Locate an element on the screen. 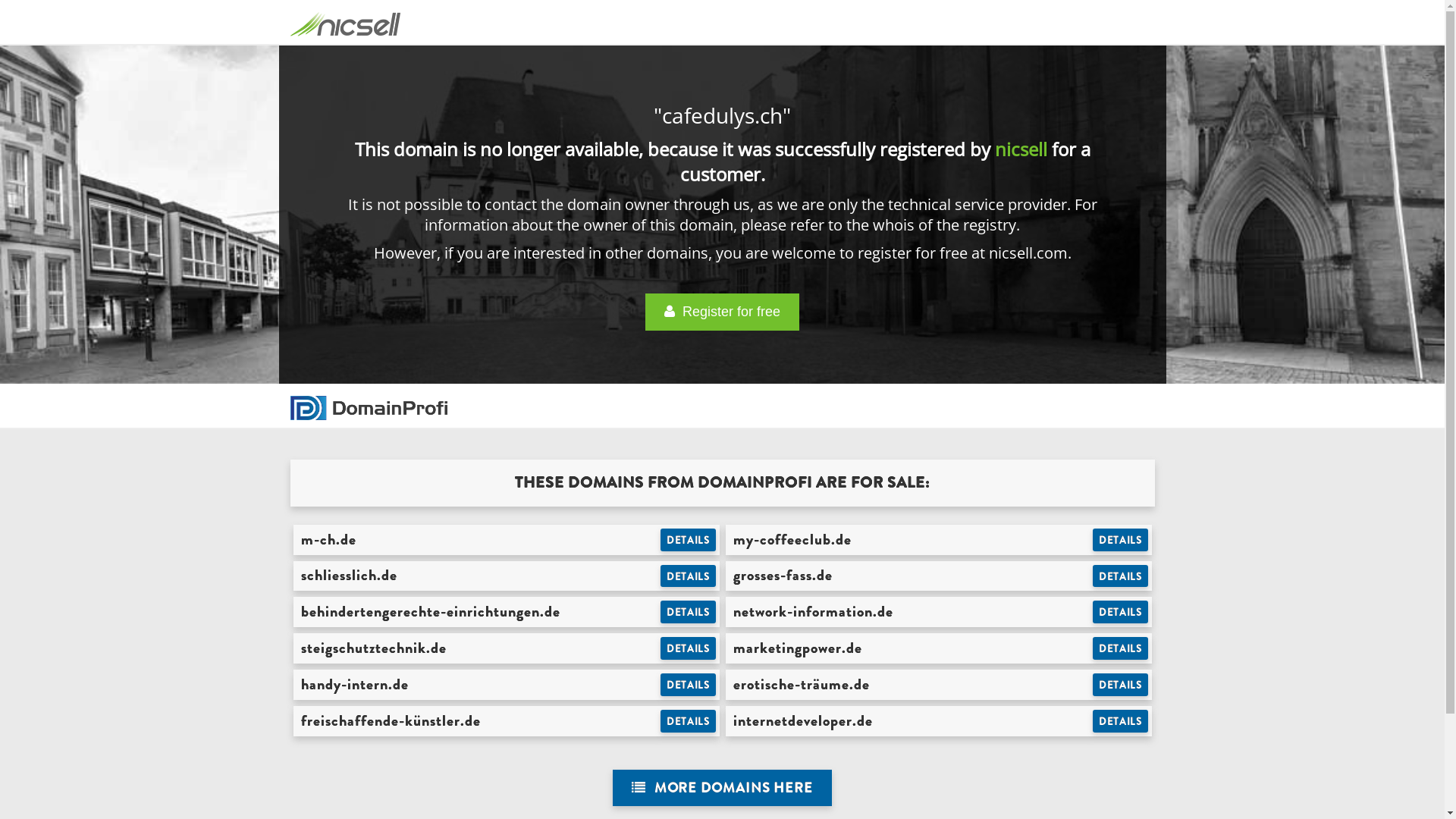 This screenshot has width=1456, height=819. 'DETAILS' is located at coordinates (687, 610).